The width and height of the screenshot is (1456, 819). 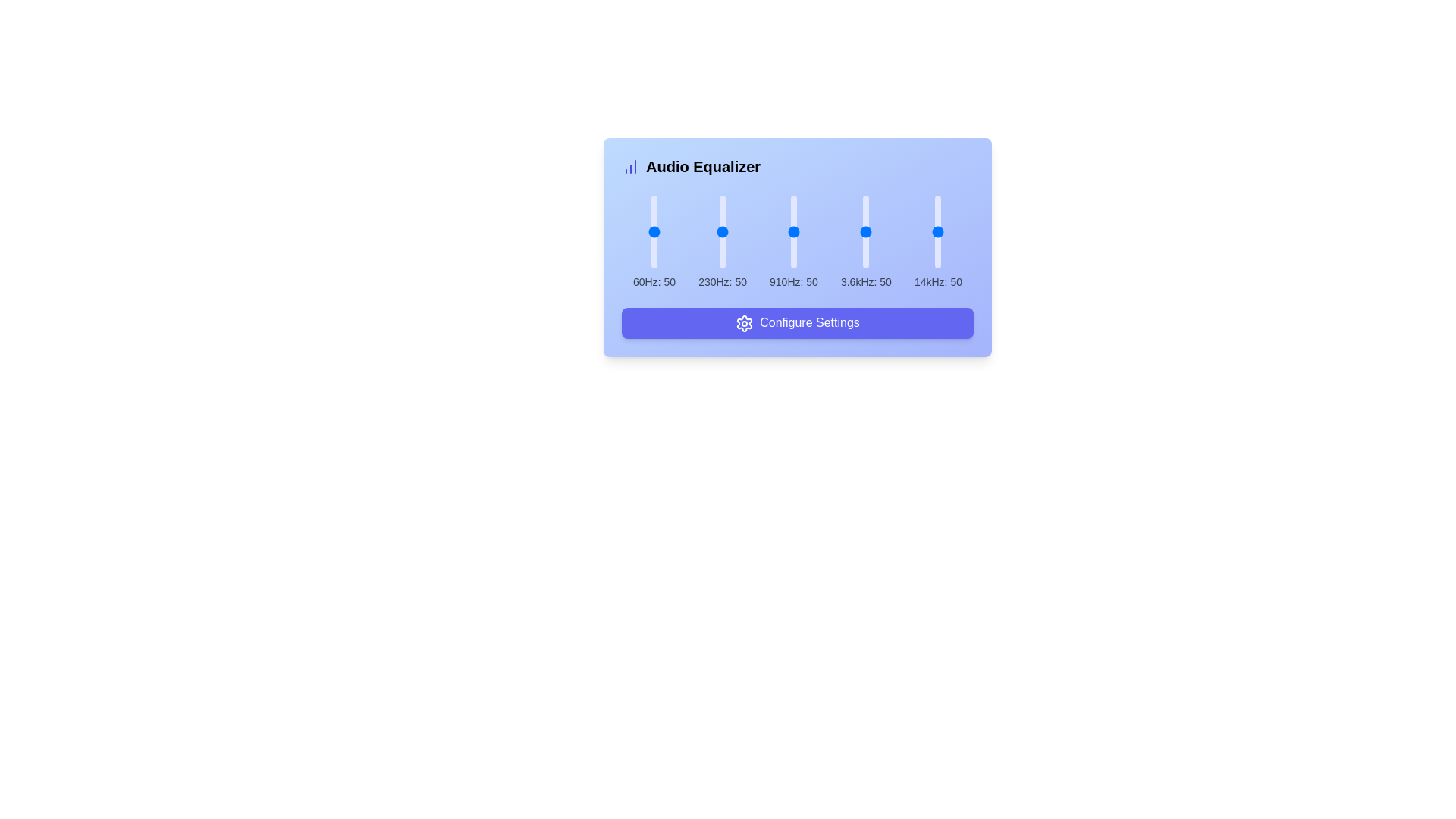 I want to click on the range slider used for adjusting the frequency of 910Hz for keyboard interaction, so click(x=796, y=246).